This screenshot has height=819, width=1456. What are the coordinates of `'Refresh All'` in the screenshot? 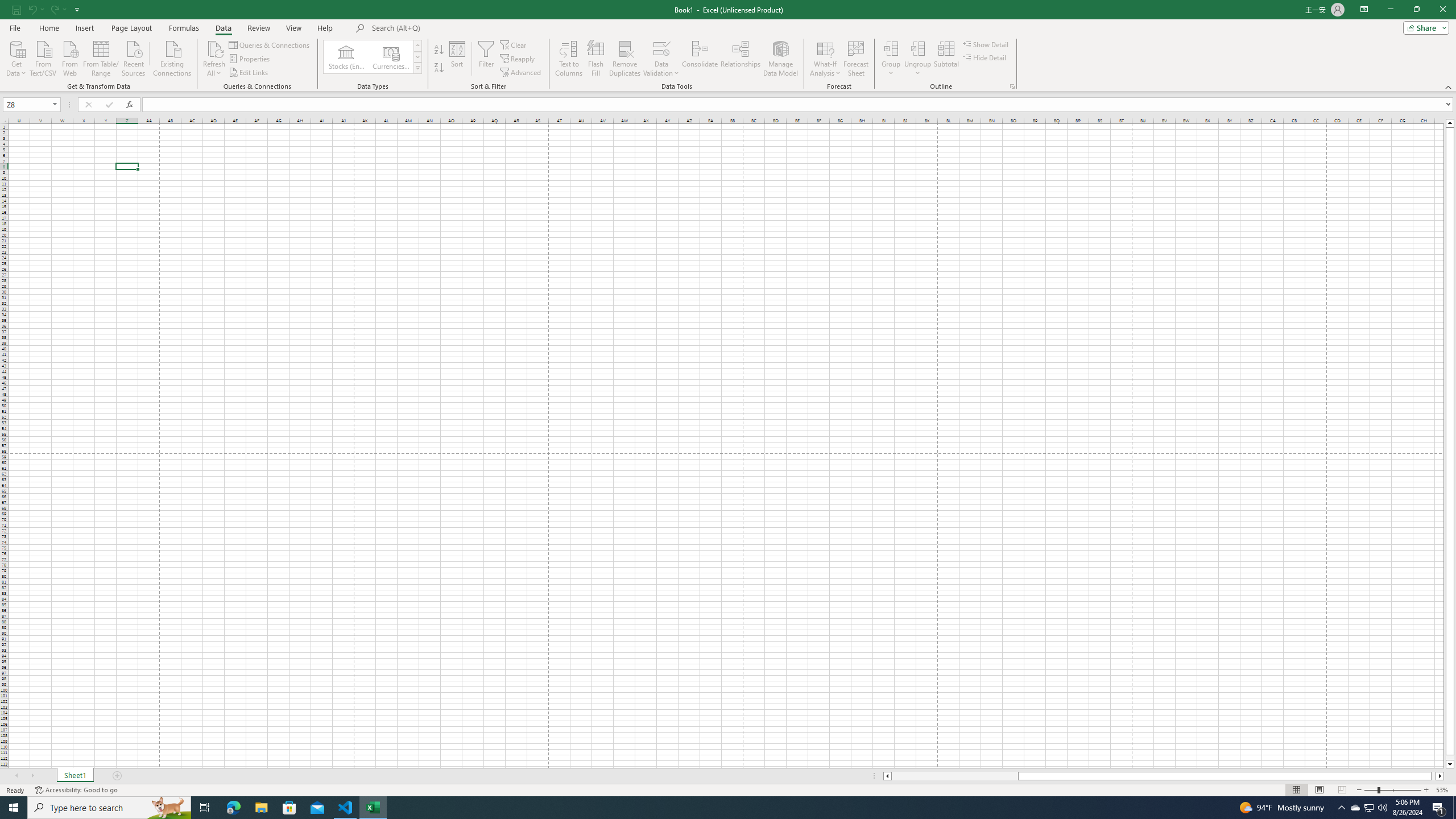 It's located at (214, 48).